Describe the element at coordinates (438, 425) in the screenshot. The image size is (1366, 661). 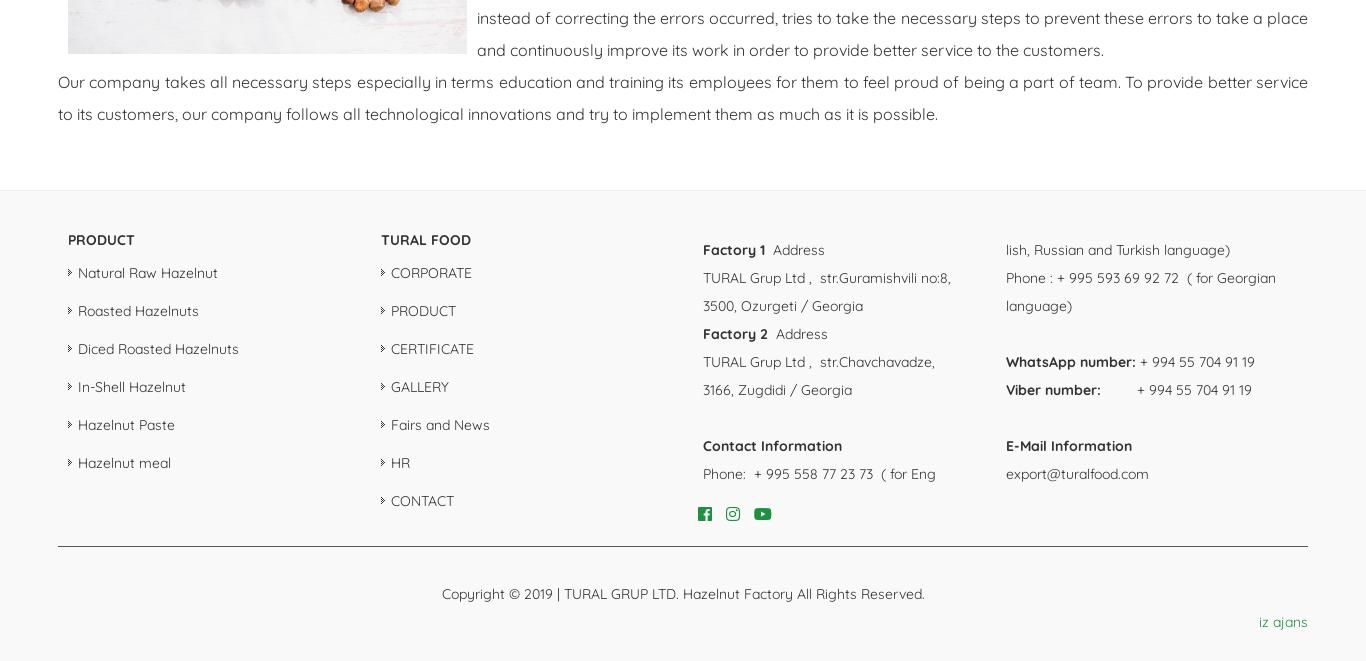
I see `'Fairs and News'` at that location.